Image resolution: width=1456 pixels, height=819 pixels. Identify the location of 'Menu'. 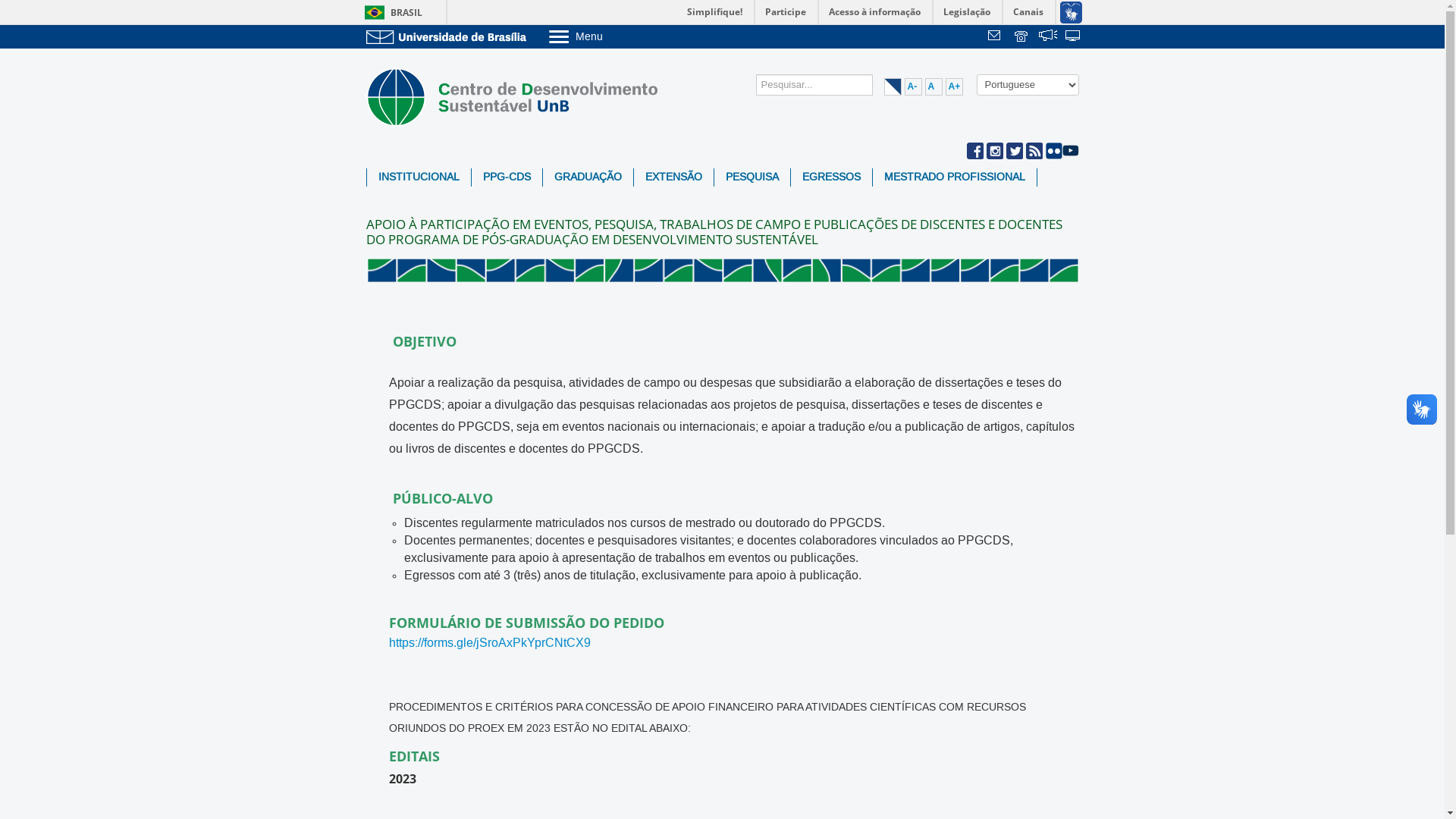
(613, 35).